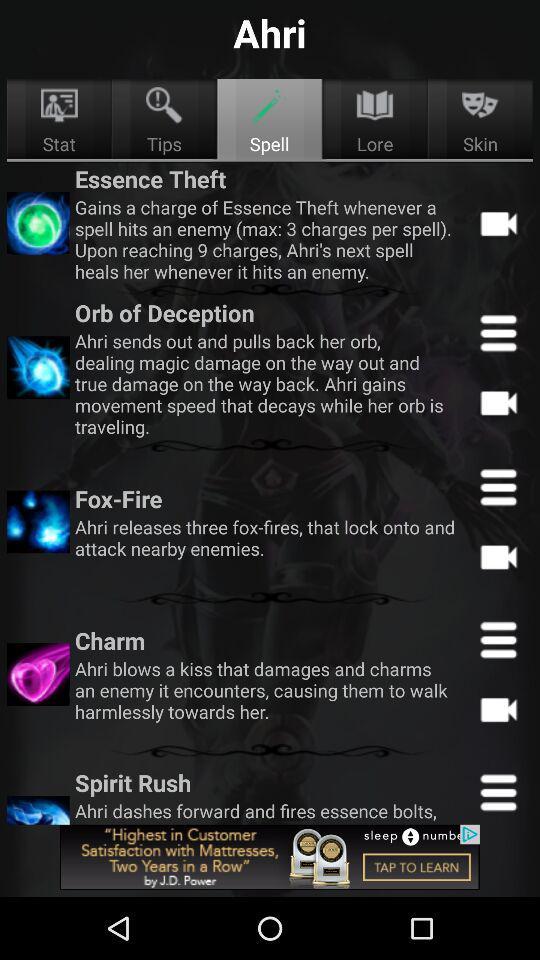 The width and height of the screenshot is (540, 960). I want to click on menu, so click(497, 638).